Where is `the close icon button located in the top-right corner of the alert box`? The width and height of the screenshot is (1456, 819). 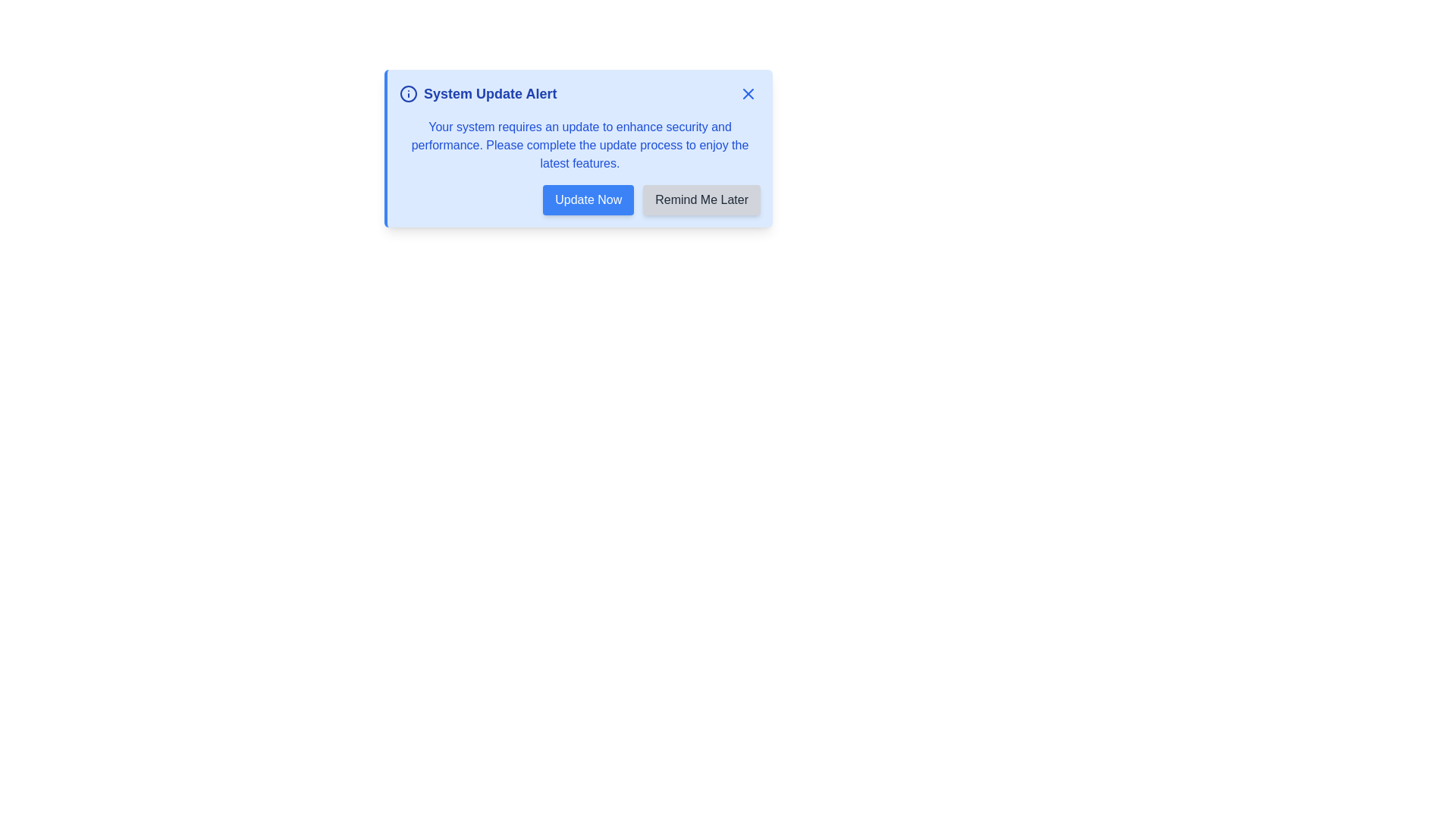 the close icon button located in the top-right corner of the alert box is located at coordinates (748, 93).